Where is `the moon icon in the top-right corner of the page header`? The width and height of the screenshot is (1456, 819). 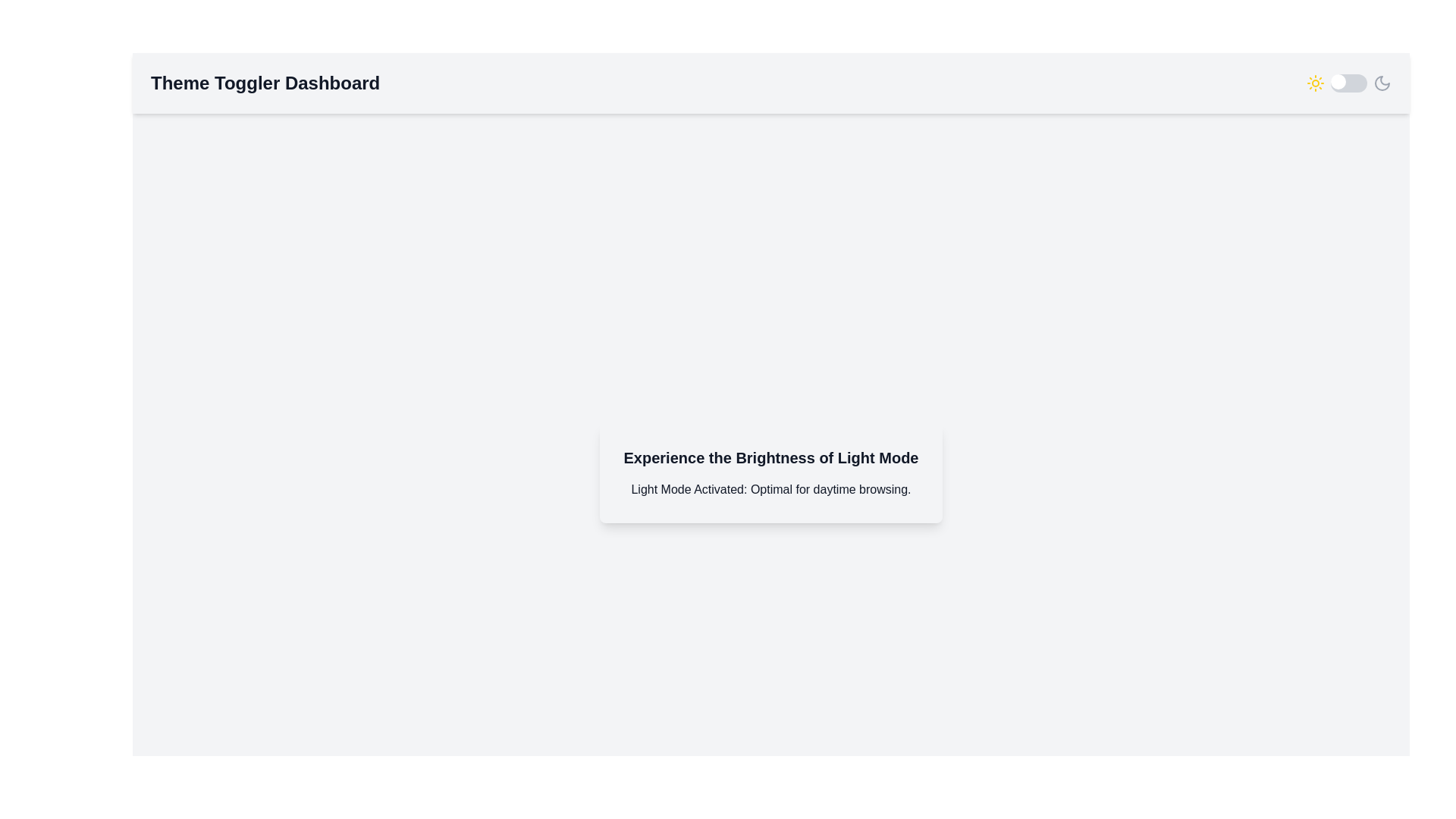 the moon icon in the top-right corner of the page header is located at coordinates (1382, 83).